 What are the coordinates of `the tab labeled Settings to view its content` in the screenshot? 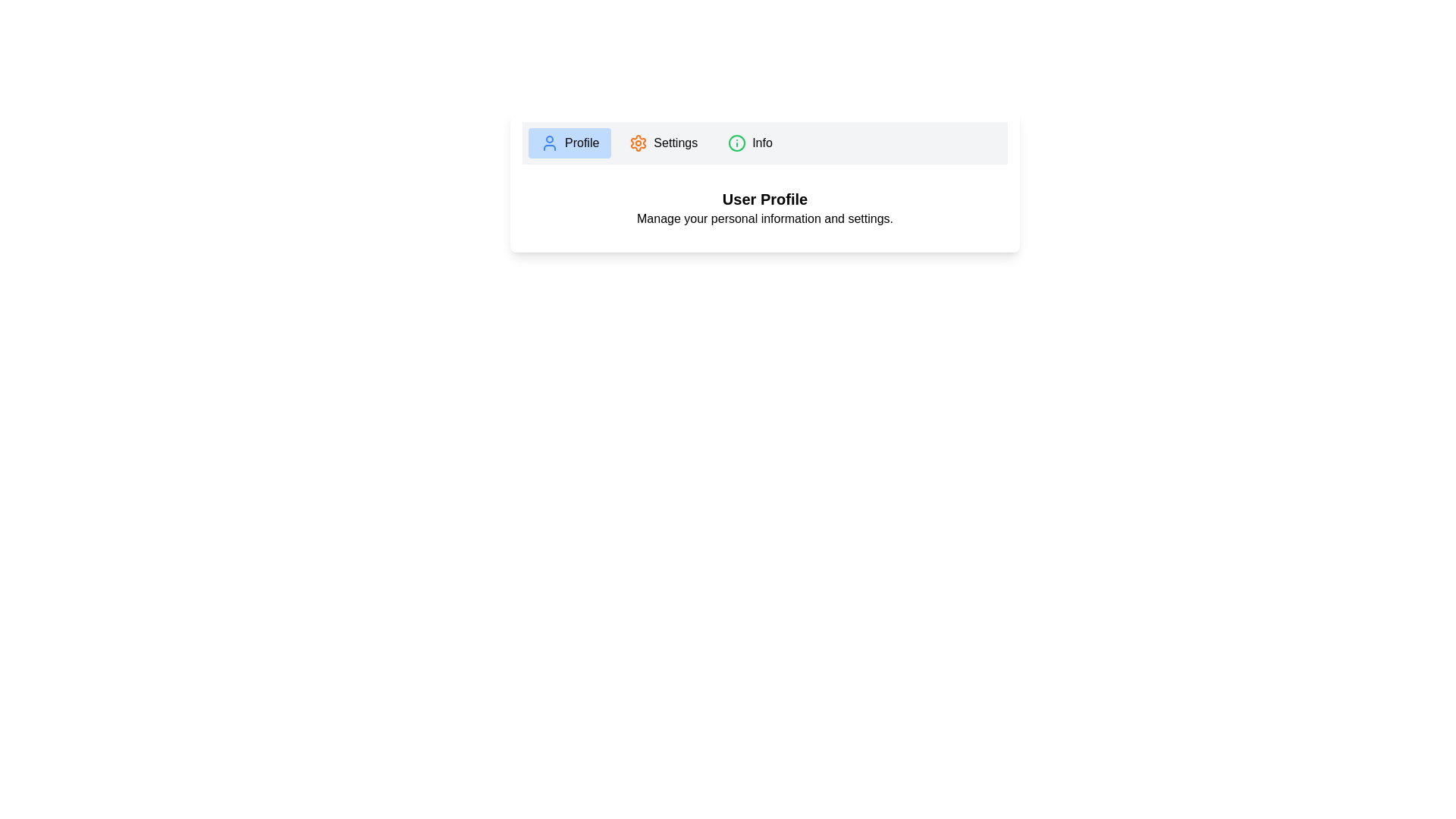 It's located at (664, 143).